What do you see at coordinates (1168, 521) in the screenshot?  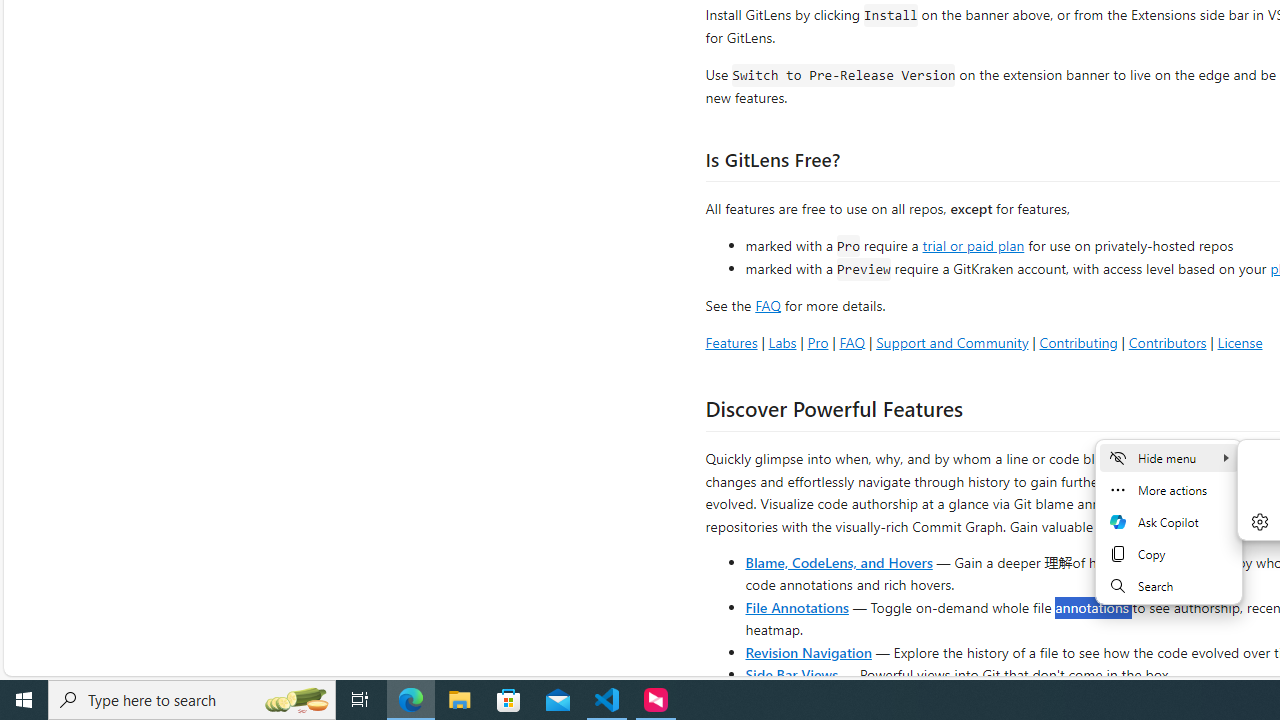 I see `'Mini menu on text selection'` at bounding box center [1168, 521].